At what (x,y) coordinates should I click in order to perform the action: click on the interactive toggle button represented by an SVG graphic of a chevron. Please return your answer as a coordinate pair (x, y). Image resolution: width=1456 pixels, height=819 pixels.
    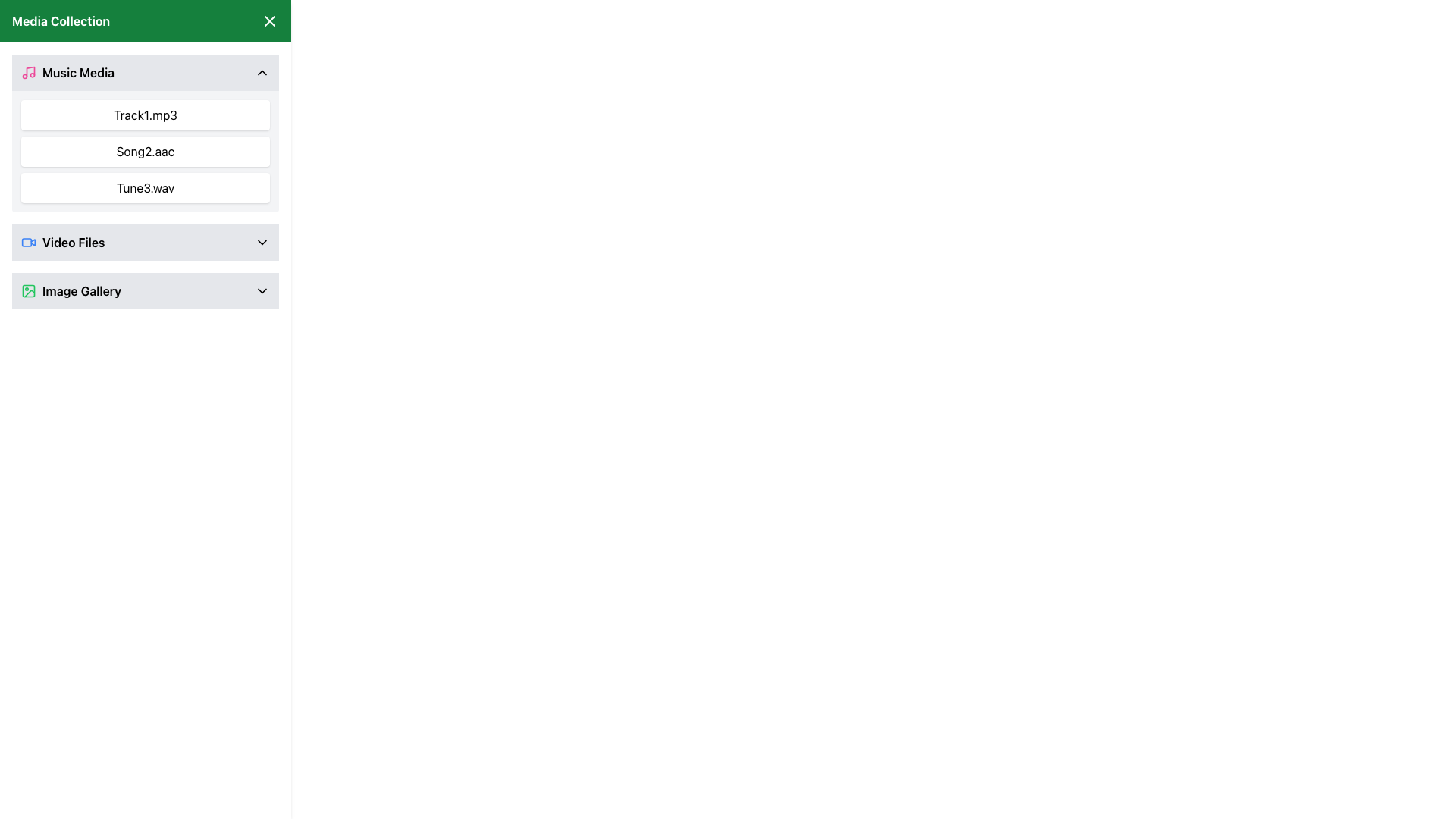
    Looking at the image, I should click on (262, 242).